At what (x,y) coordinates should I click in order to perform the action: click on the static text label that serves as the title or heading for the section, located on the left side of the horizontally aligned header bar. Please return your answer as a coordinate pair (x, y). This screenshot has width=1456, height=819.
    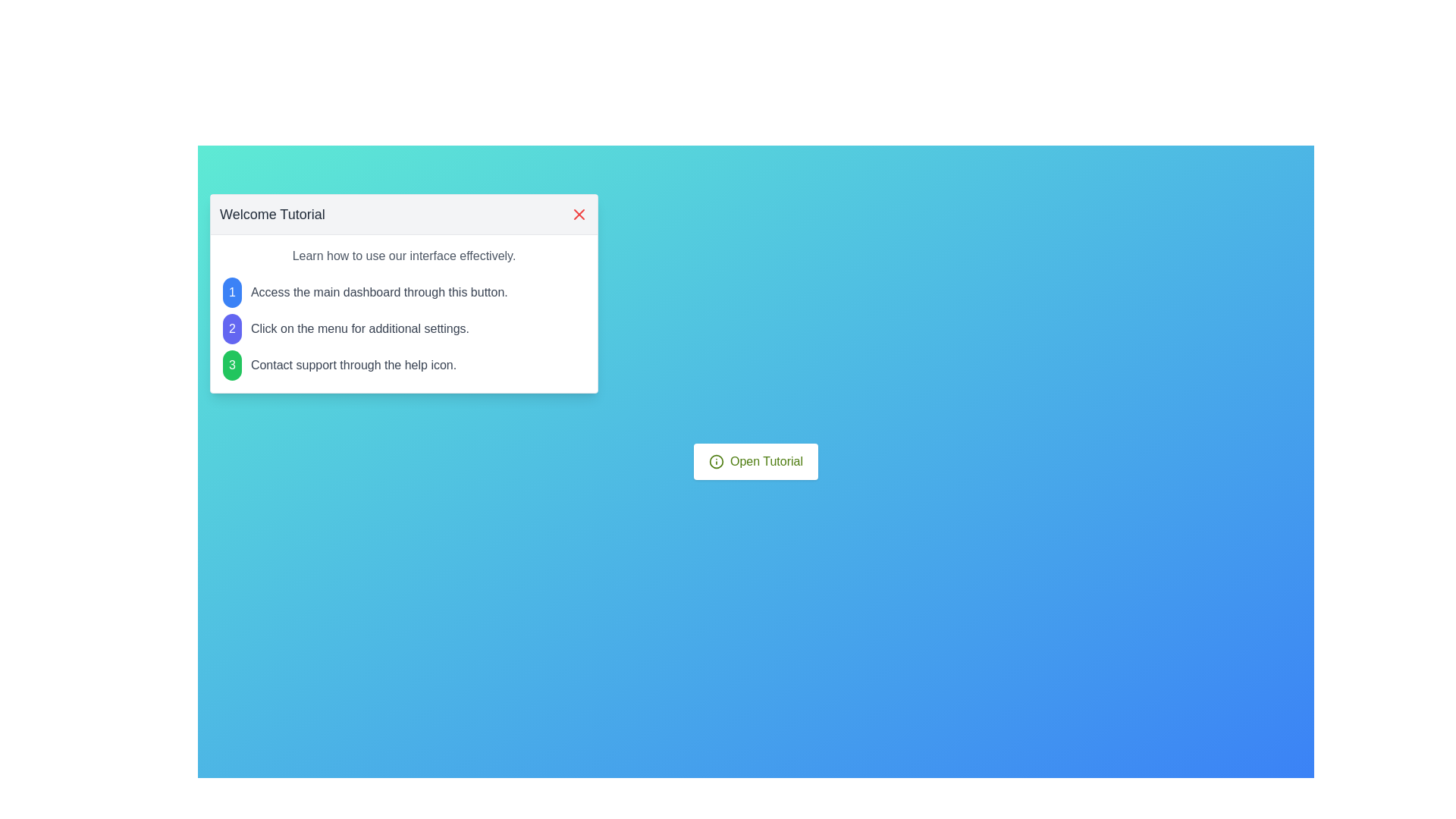
    Looking at the image, I should click on (272, 214).